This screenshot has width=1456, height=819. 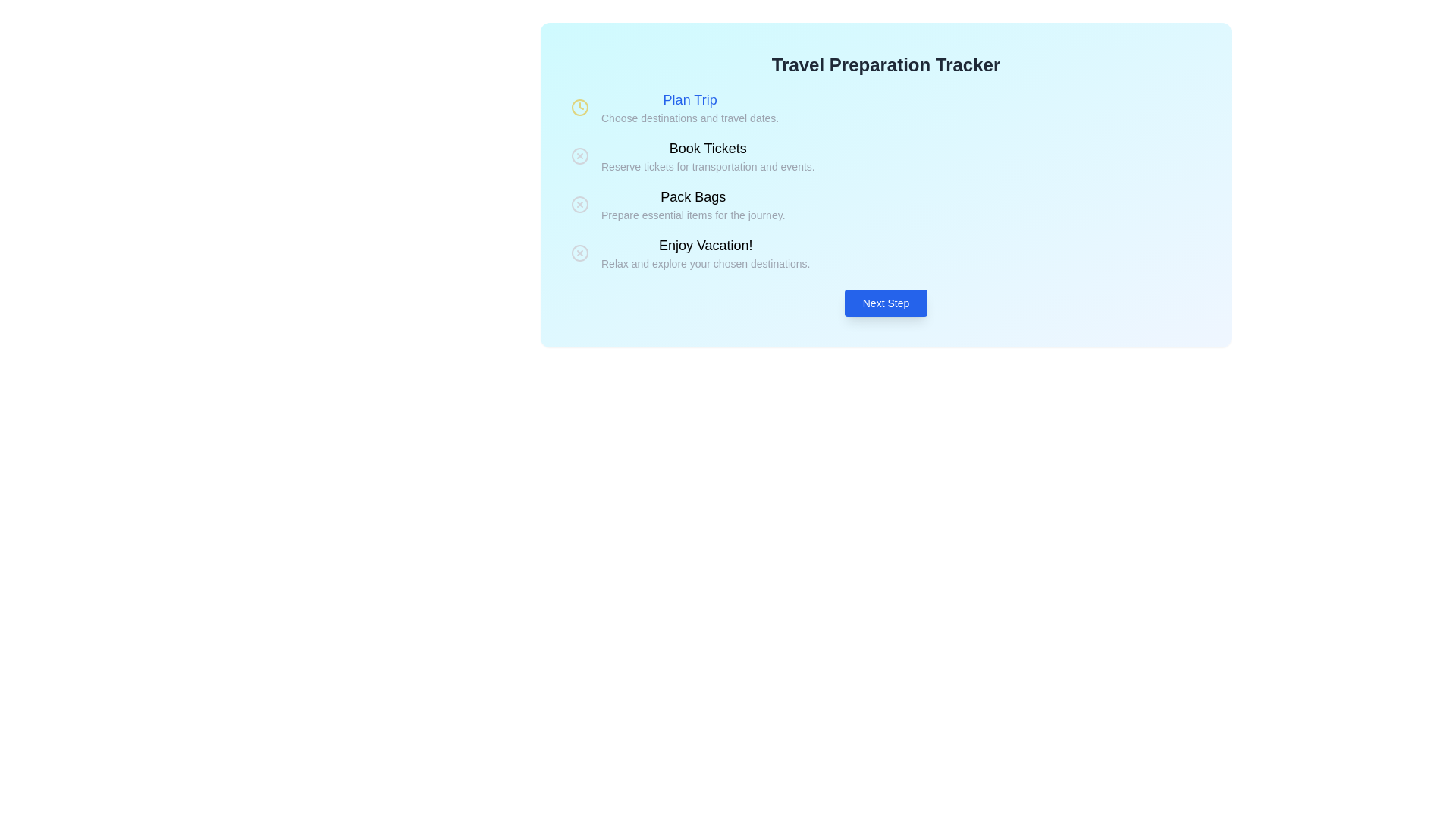 What do you see at coordinates (886, 253) in the screenshot?
I see `the fourth informational block in the Travel Preparation Tracker that indicates completed milestones of the vacation phase` at bounding box center [886, 253].